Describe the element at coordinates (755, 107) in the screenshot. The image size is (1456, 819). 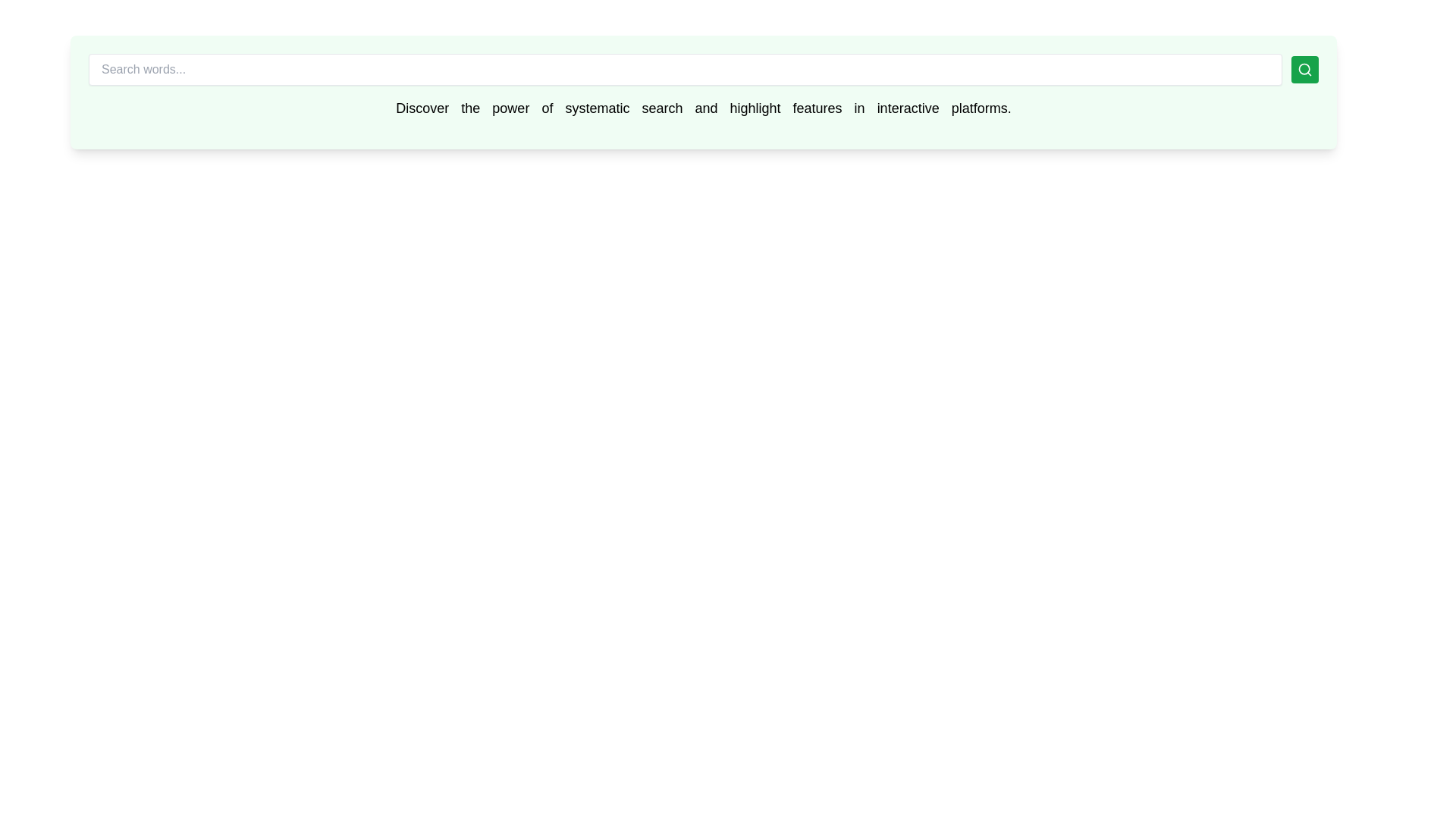
I see `the static text element containing the word 'highlight', displayed on a light green background, positioned slightly below the search bar` at that location.